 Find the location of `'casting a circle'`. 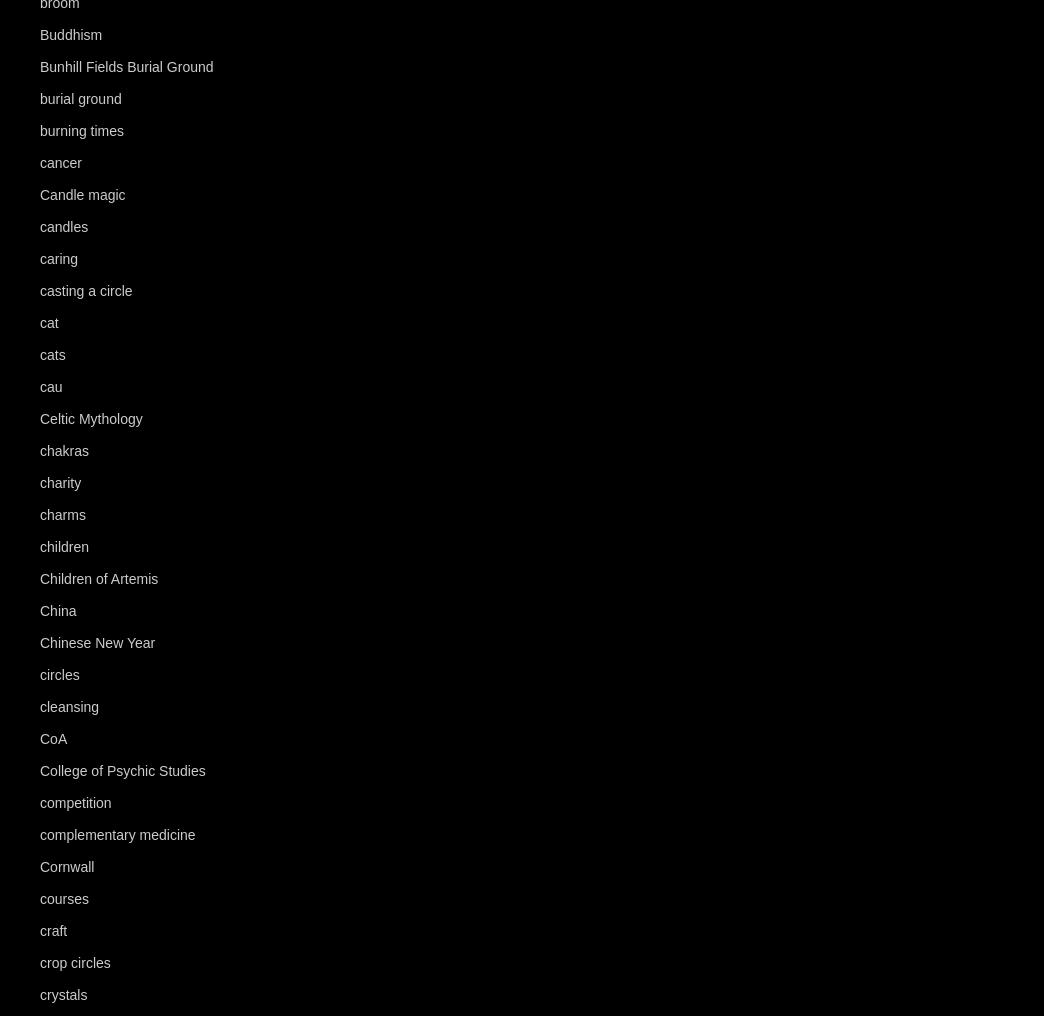

'casting a circle' is located at coordinates (38, 289).